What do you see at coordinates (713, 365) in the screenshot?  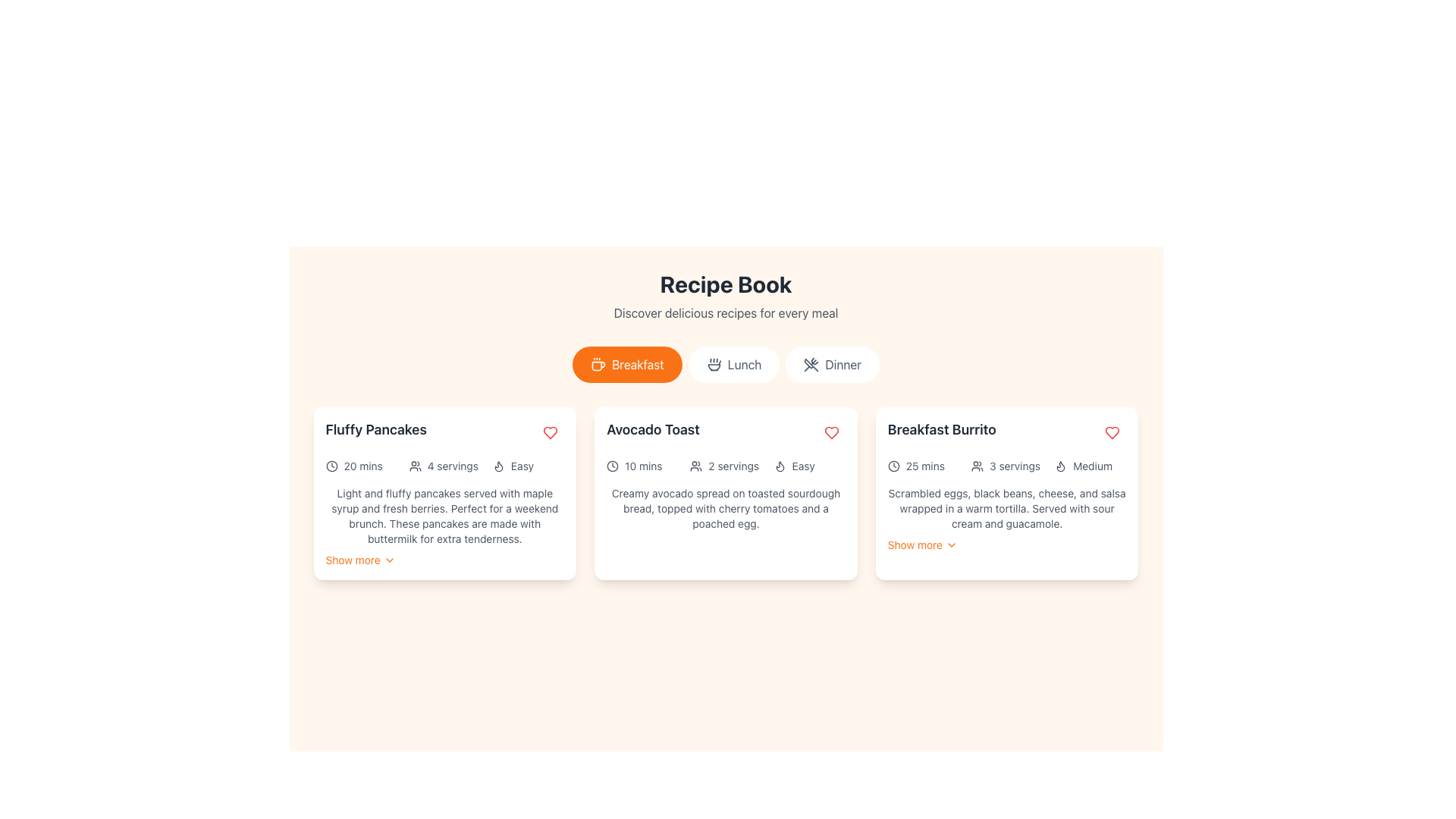 I see `the 'Lunch' icon located in the center left of the 'Lunch' button in the navigation options under the title 'Recipe Book'` at bounding box center [713, 365].